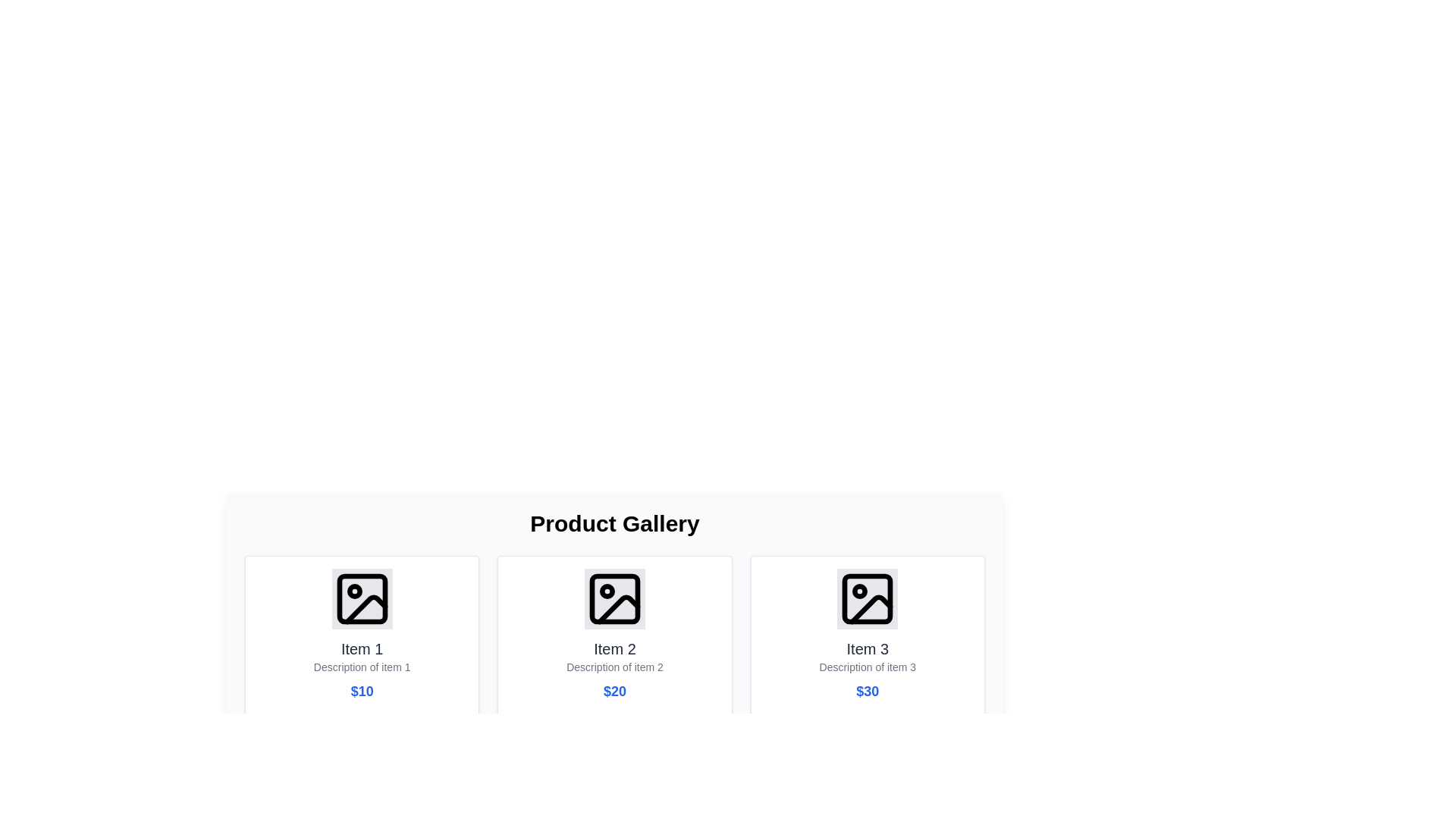 This screenshot has width=1456, height=819. I want to click on the second product listing card in the grid layout, so click(615, 635).